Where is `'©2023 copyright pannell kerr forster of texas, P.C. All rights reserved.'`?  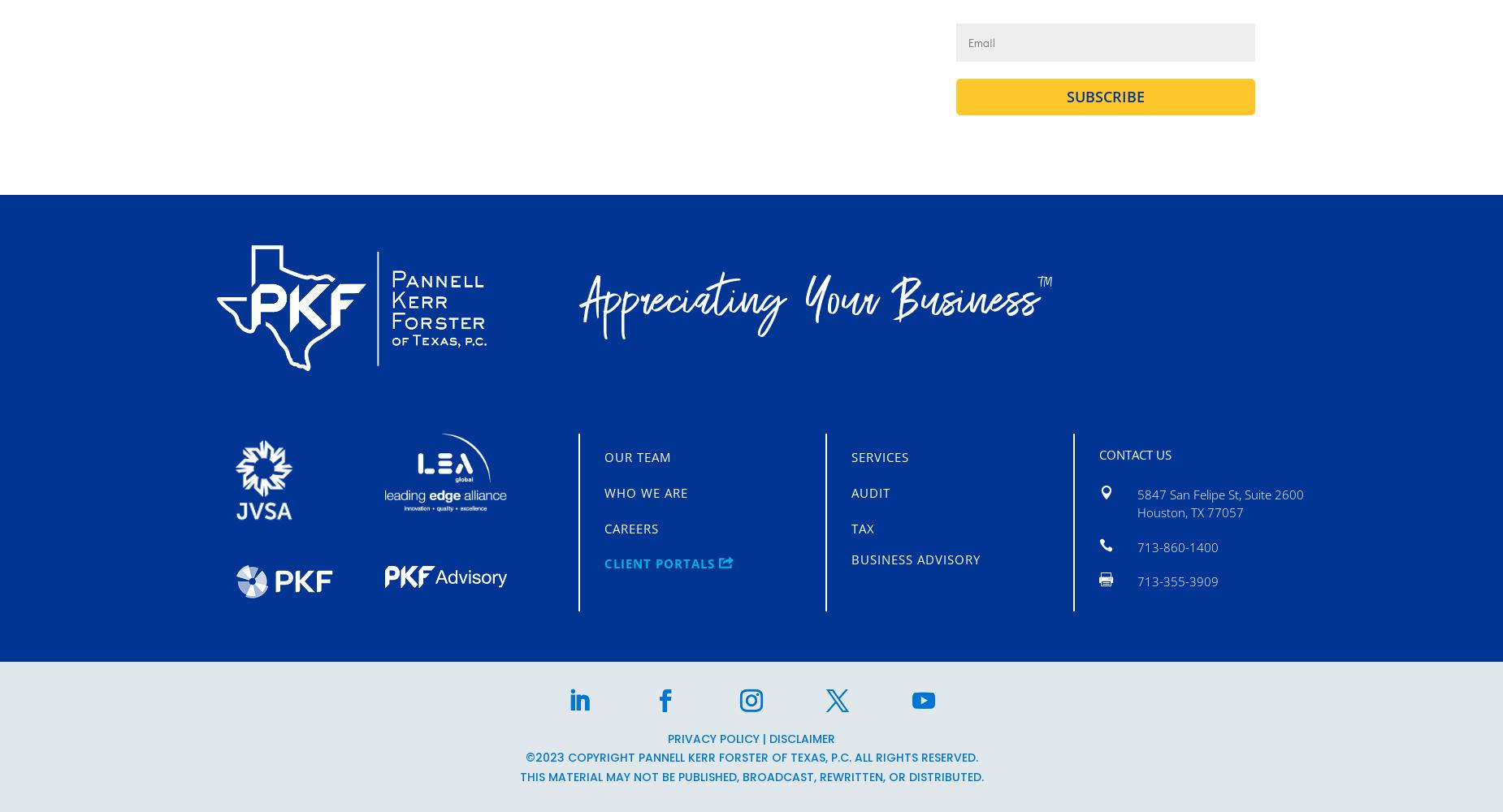
'©2023 copyright pannell kerr forster of texas, P.C. All rights reserved.' is located at coordinates (525, 758).